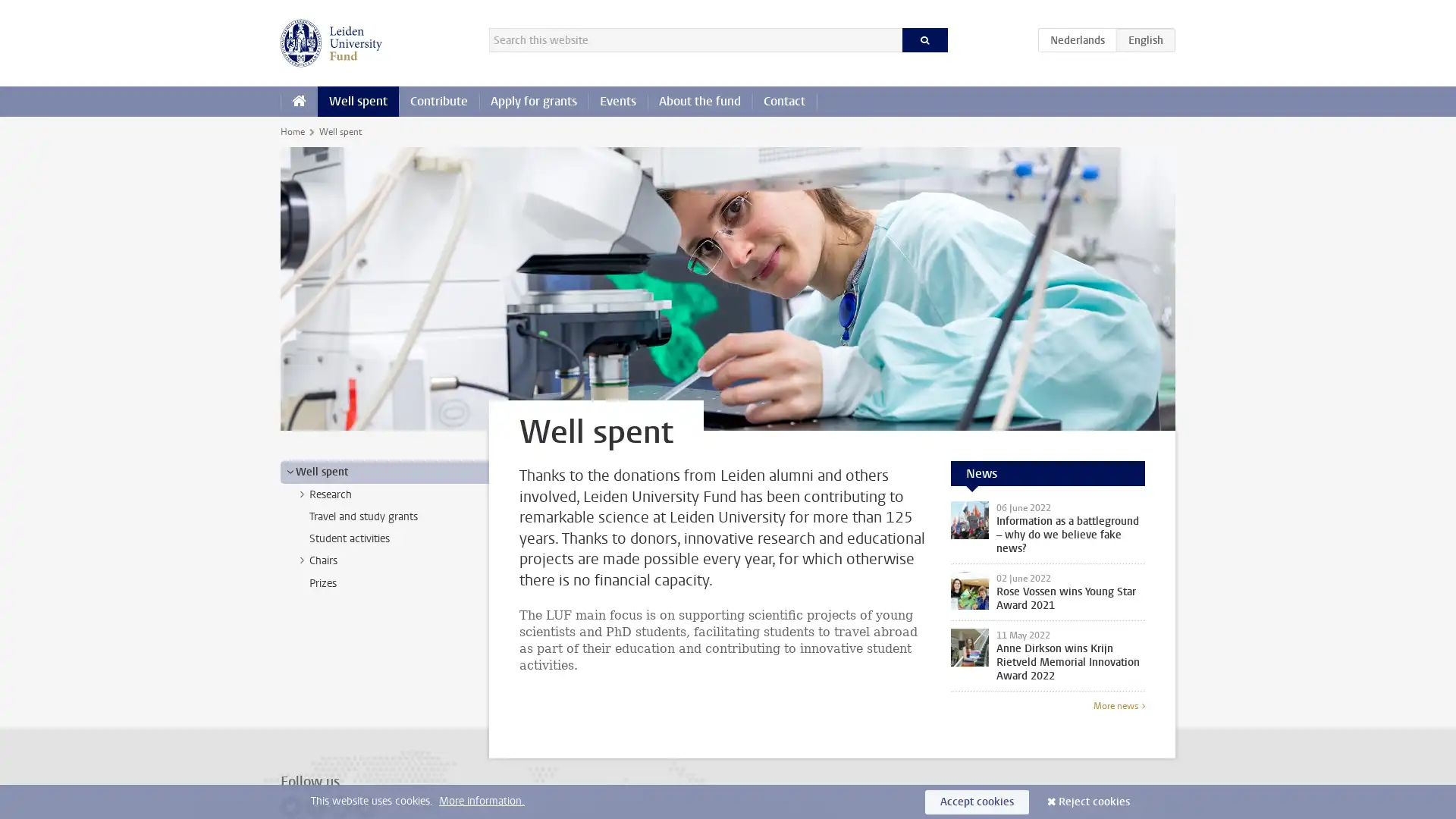  I want to click on Search, so click(924, 39).